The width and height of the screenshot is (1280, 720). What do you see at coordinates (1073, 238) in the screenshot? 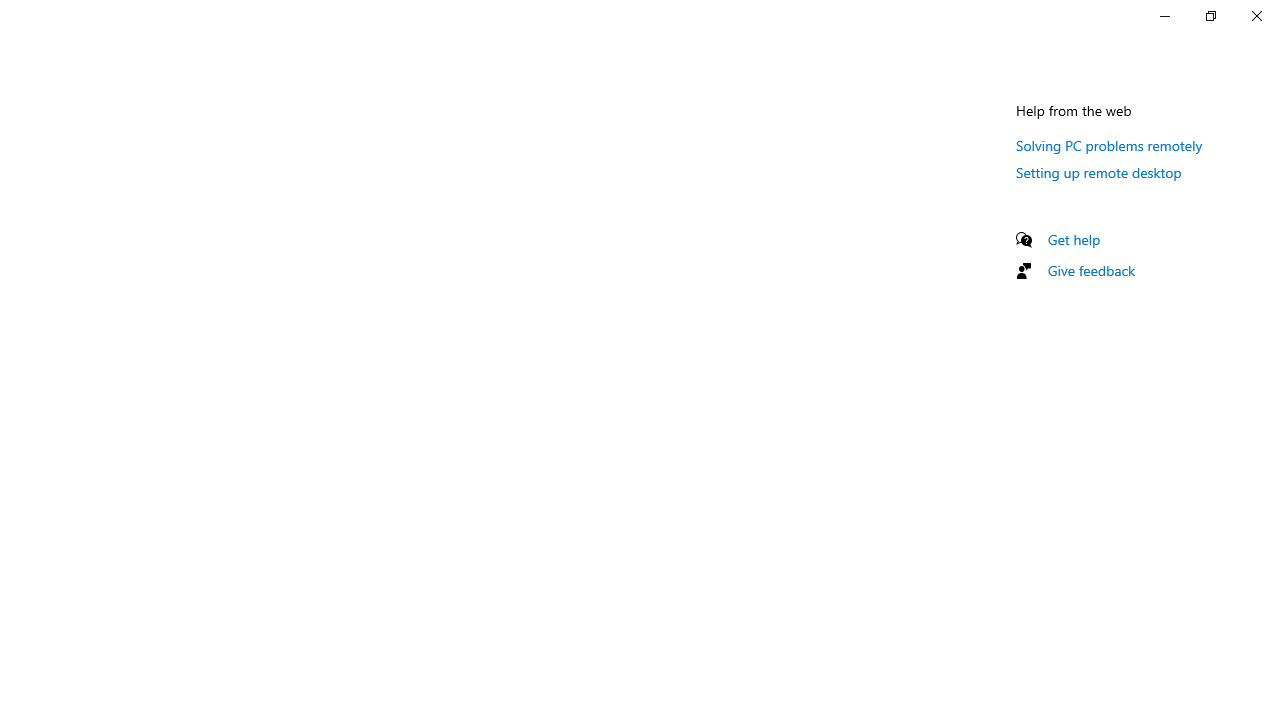
I see `'Get help'` at bounding box center [1073, 238].